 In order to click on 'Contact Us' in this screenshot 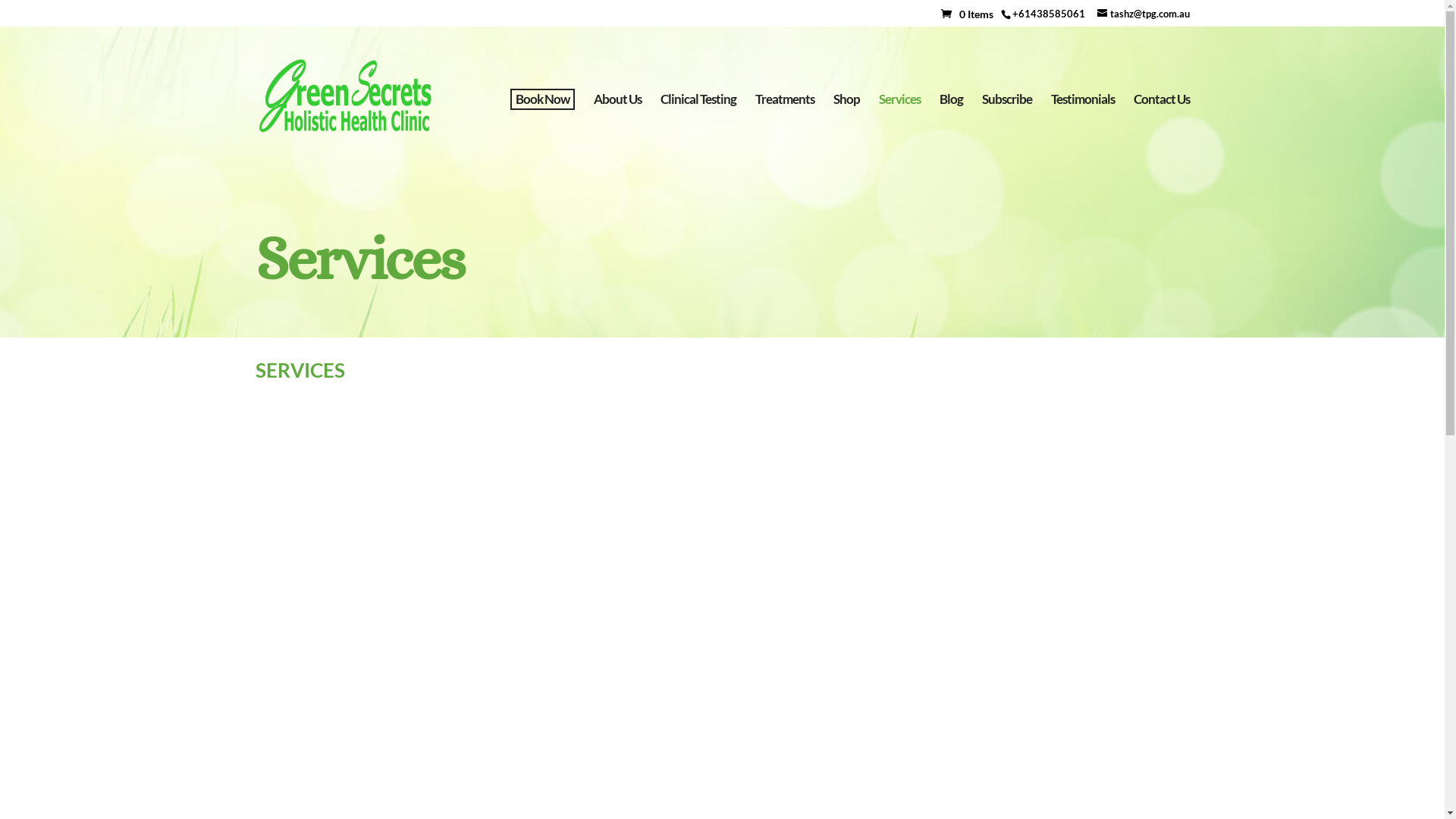, I will do `click(1160, 130)`.